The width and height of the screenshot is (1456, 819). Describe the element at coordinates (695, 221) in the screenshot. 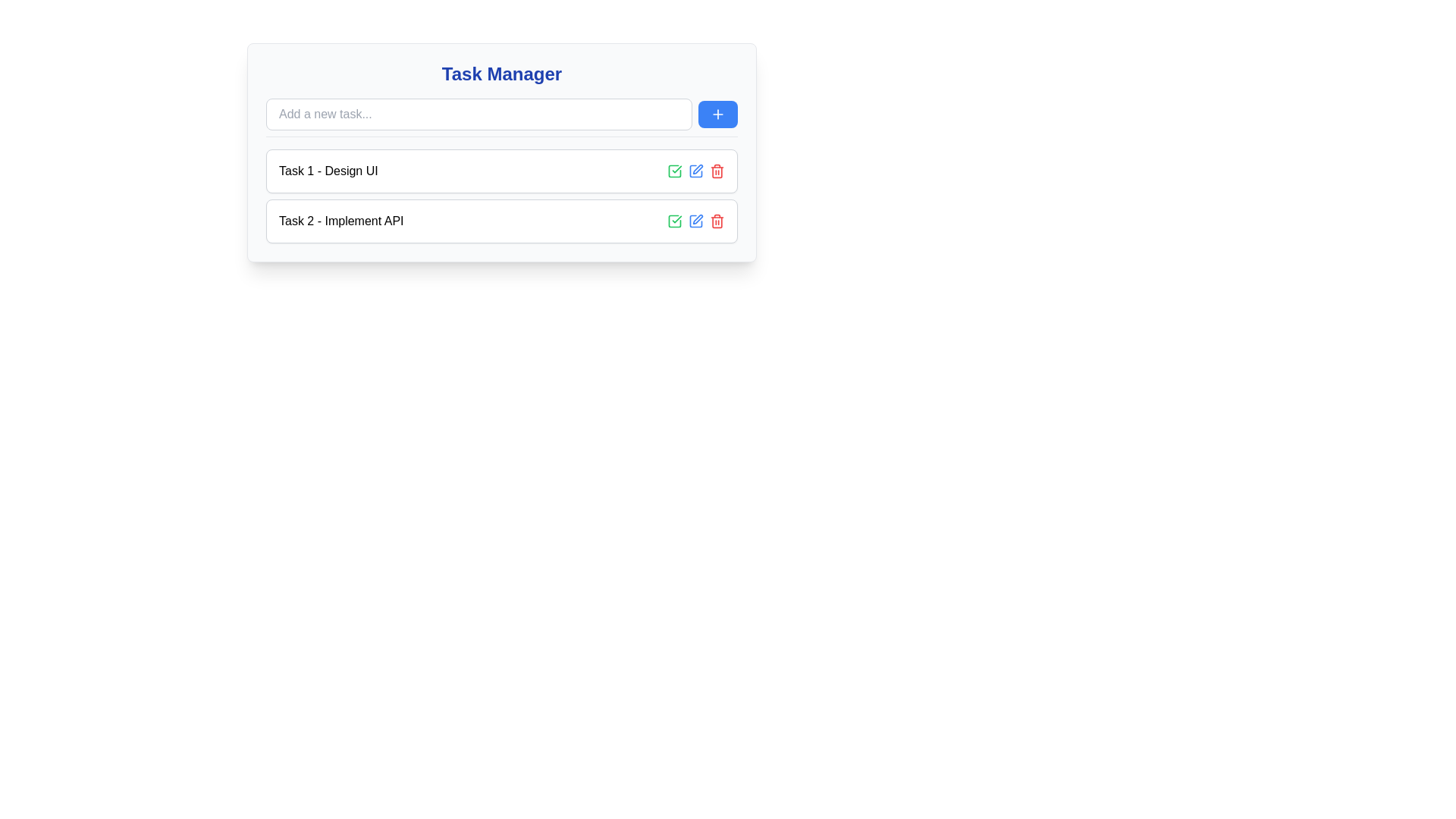

I see `the blue edit icon button representing 'Task 2 - Implement API'` at that location.